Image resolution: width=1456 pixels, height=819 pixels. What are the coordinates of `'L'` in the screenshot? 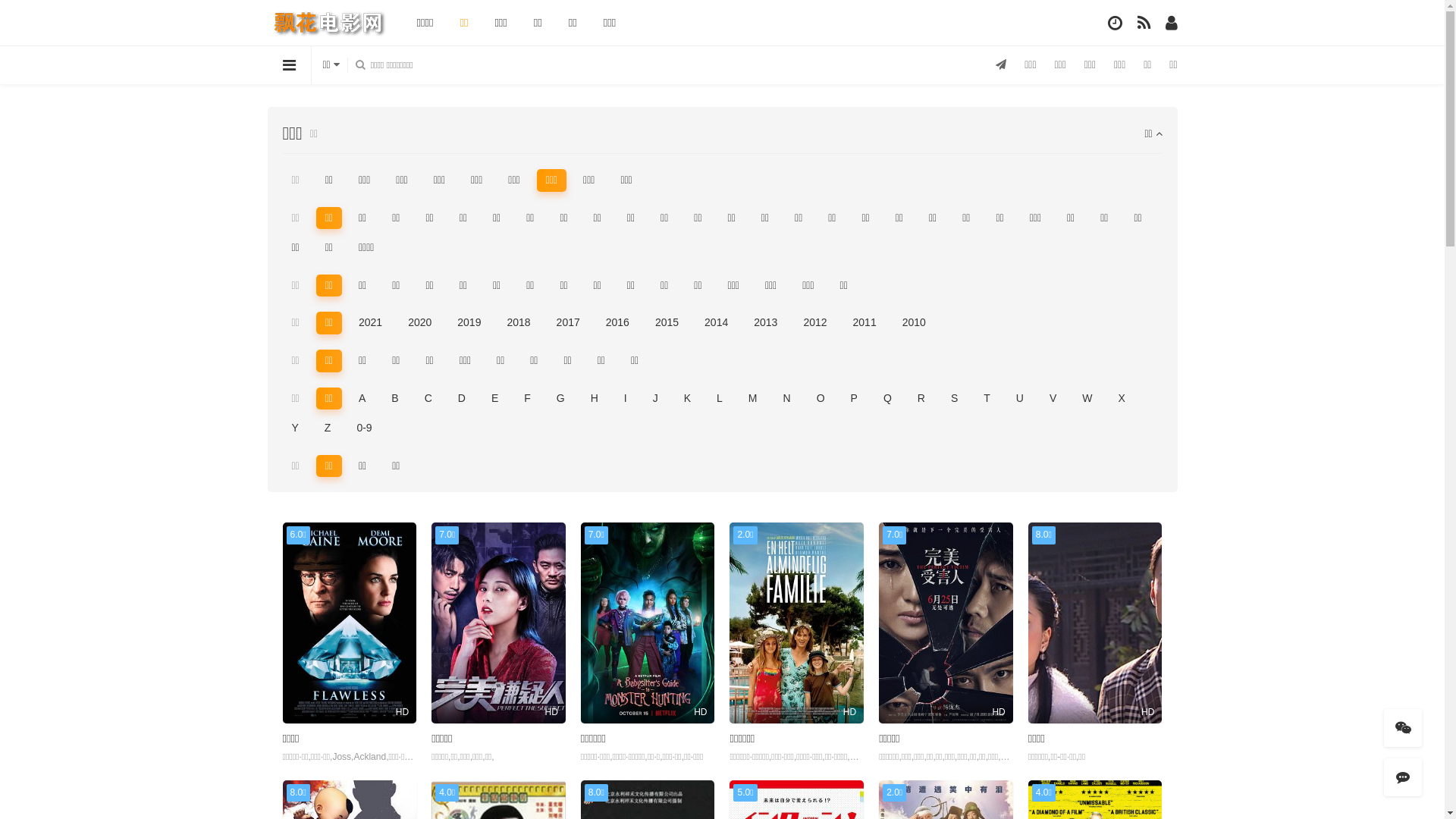 It's located at (719, 397).